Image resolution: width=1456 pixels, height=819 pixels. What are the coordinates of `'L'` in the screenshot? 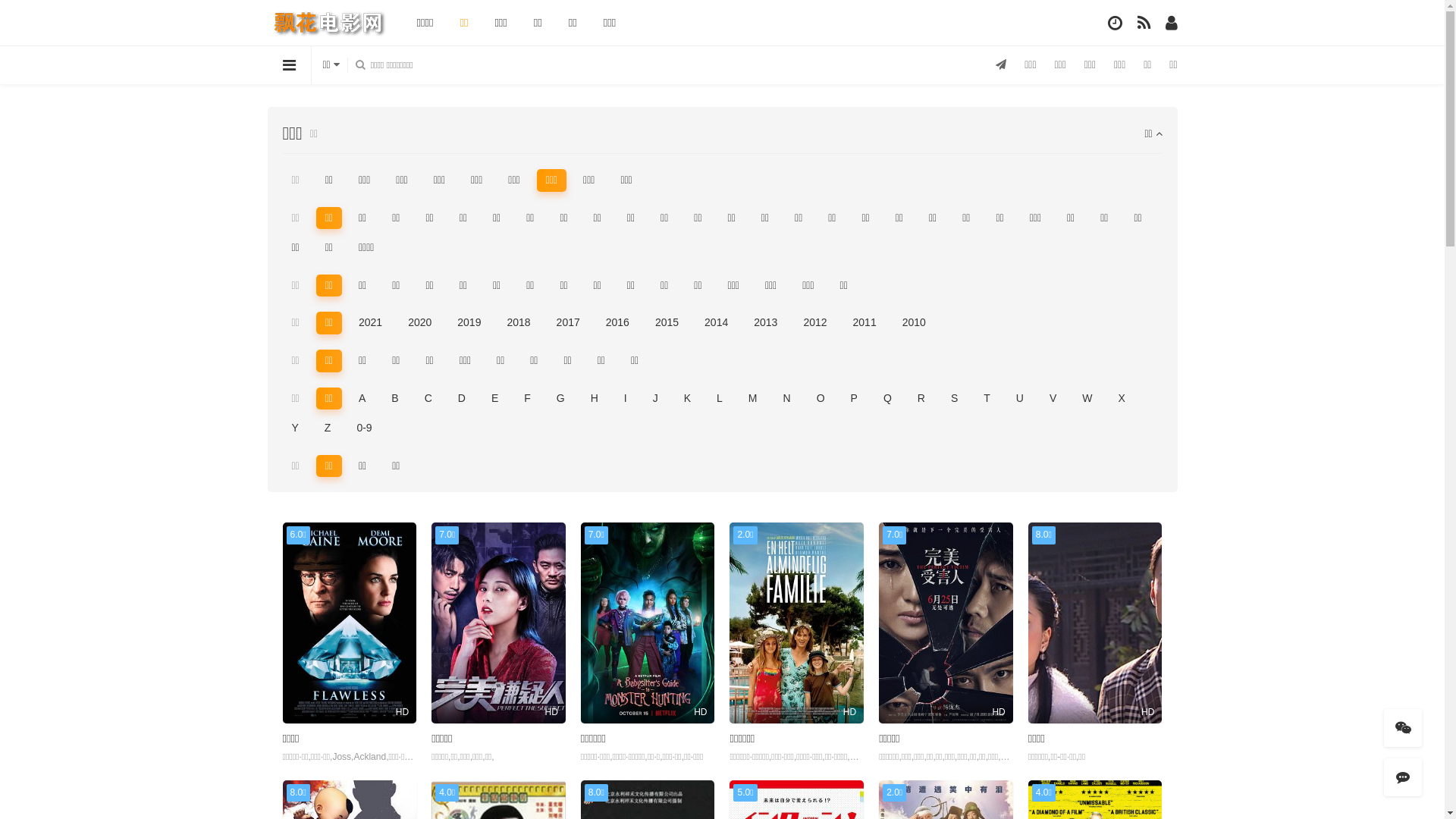 It's located at (719, 397).